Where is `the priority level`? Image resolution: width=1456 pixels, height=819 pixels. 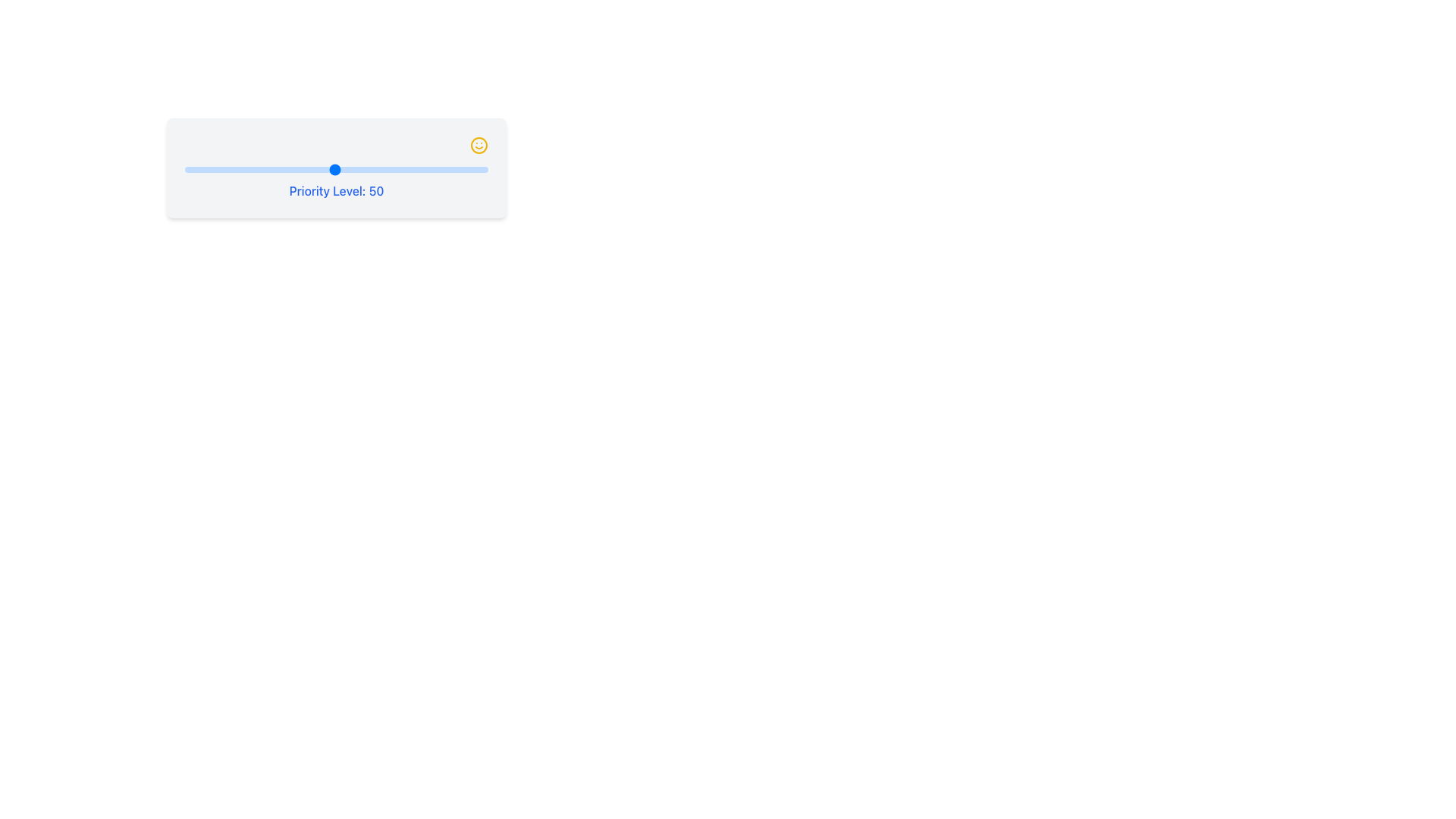
the priority level is located at coordinates (243, 169).